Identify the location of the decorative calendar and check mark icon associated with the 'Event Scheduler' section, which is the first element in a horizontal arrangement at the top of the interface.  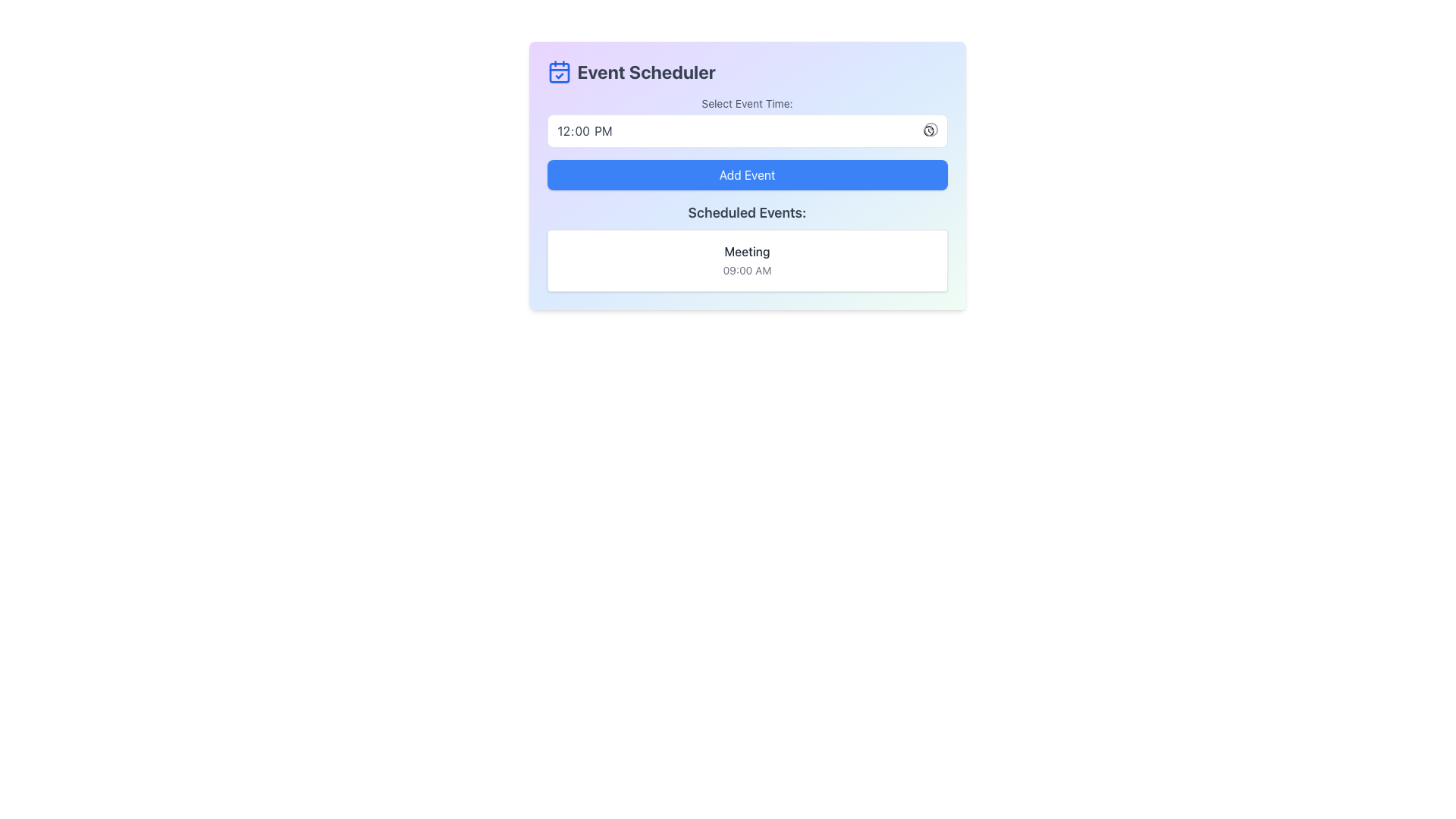
(558, 72).